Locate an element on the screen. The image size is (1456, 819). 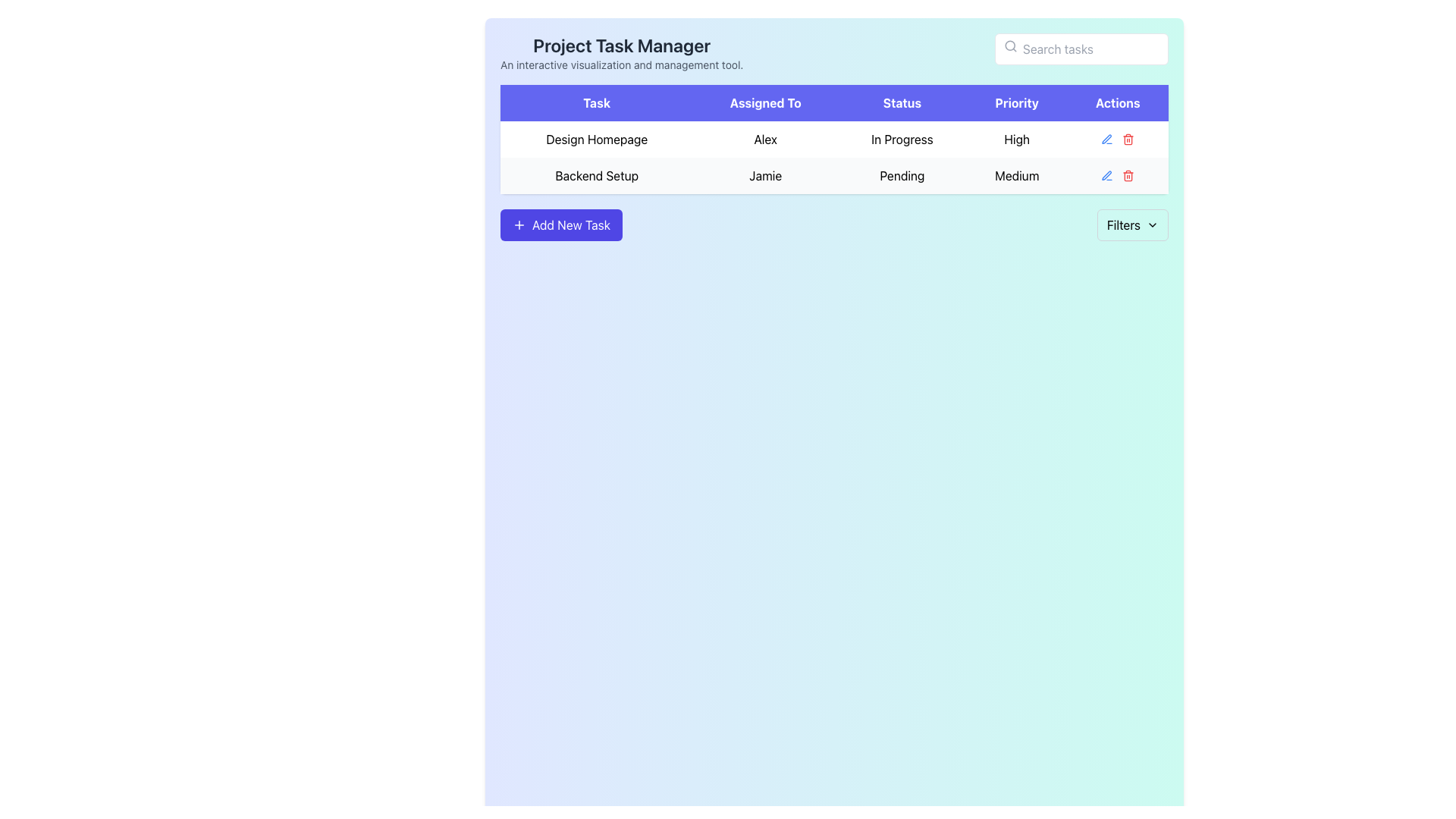
the edit button in the 'Actions' column of the first row is located at coordinates (1117, 140).